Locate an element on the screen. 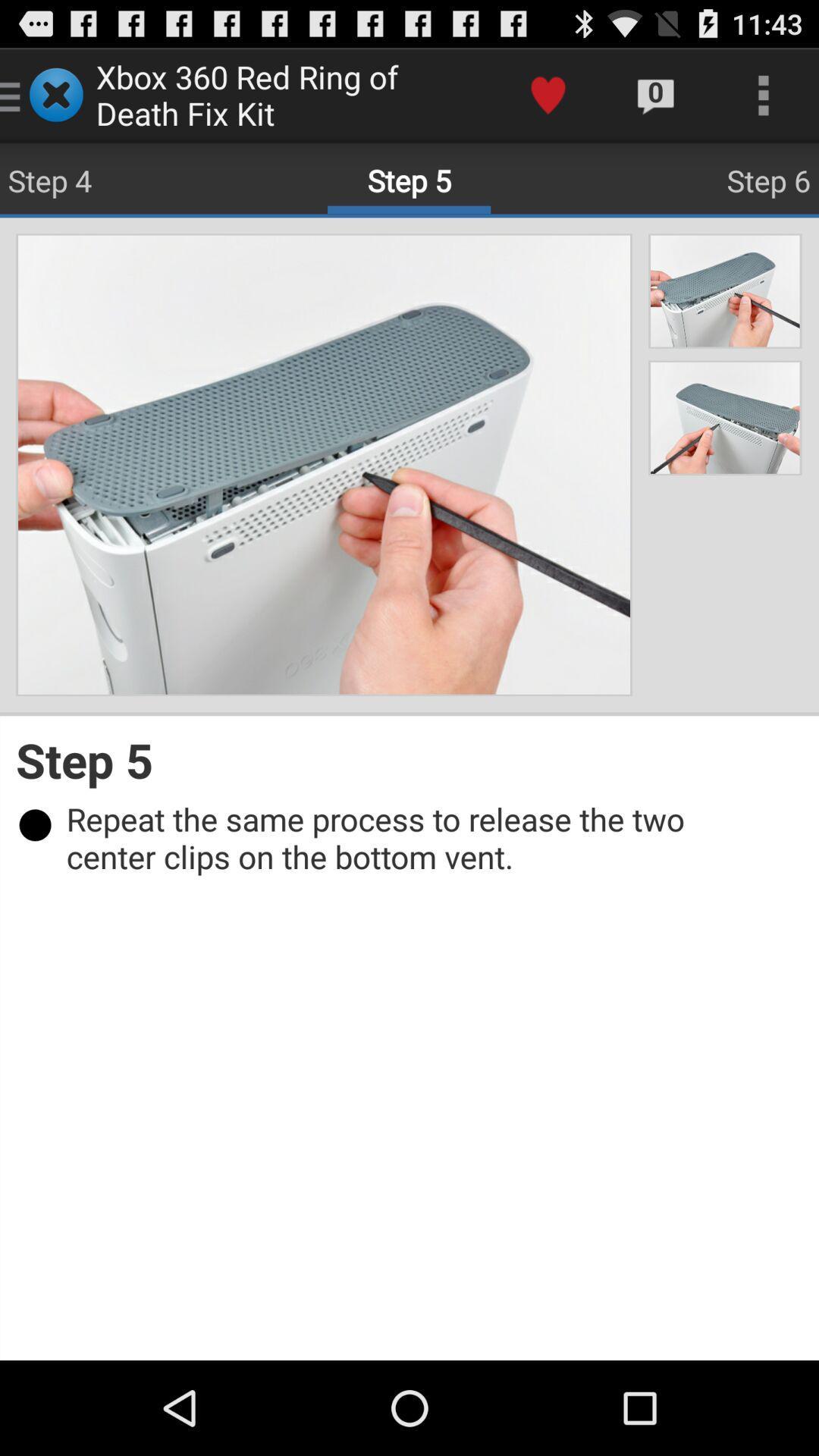  repeat the same icon is located at coordinates (417, 836).